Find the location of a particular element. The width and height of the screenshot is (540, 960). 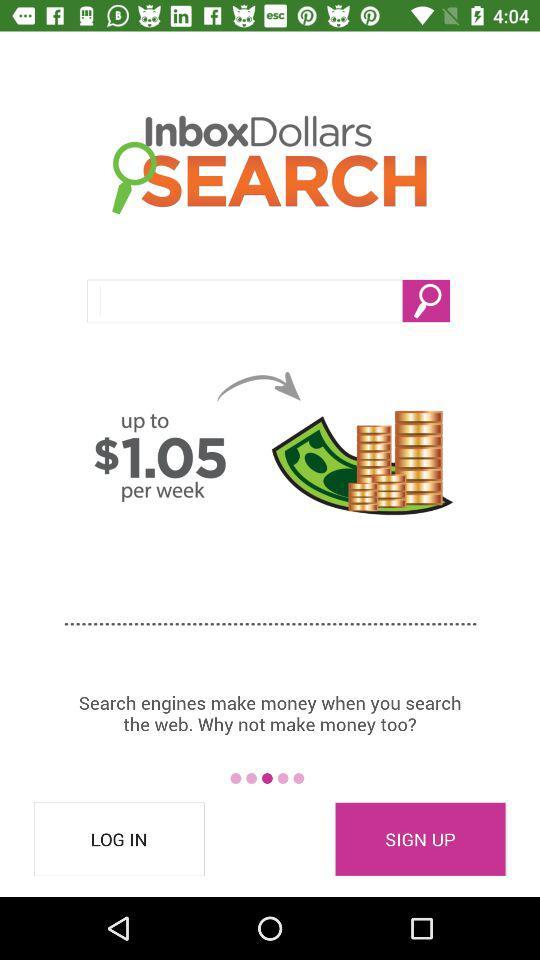

the log in at the bottom left corner is located at coordinates (119, 839).